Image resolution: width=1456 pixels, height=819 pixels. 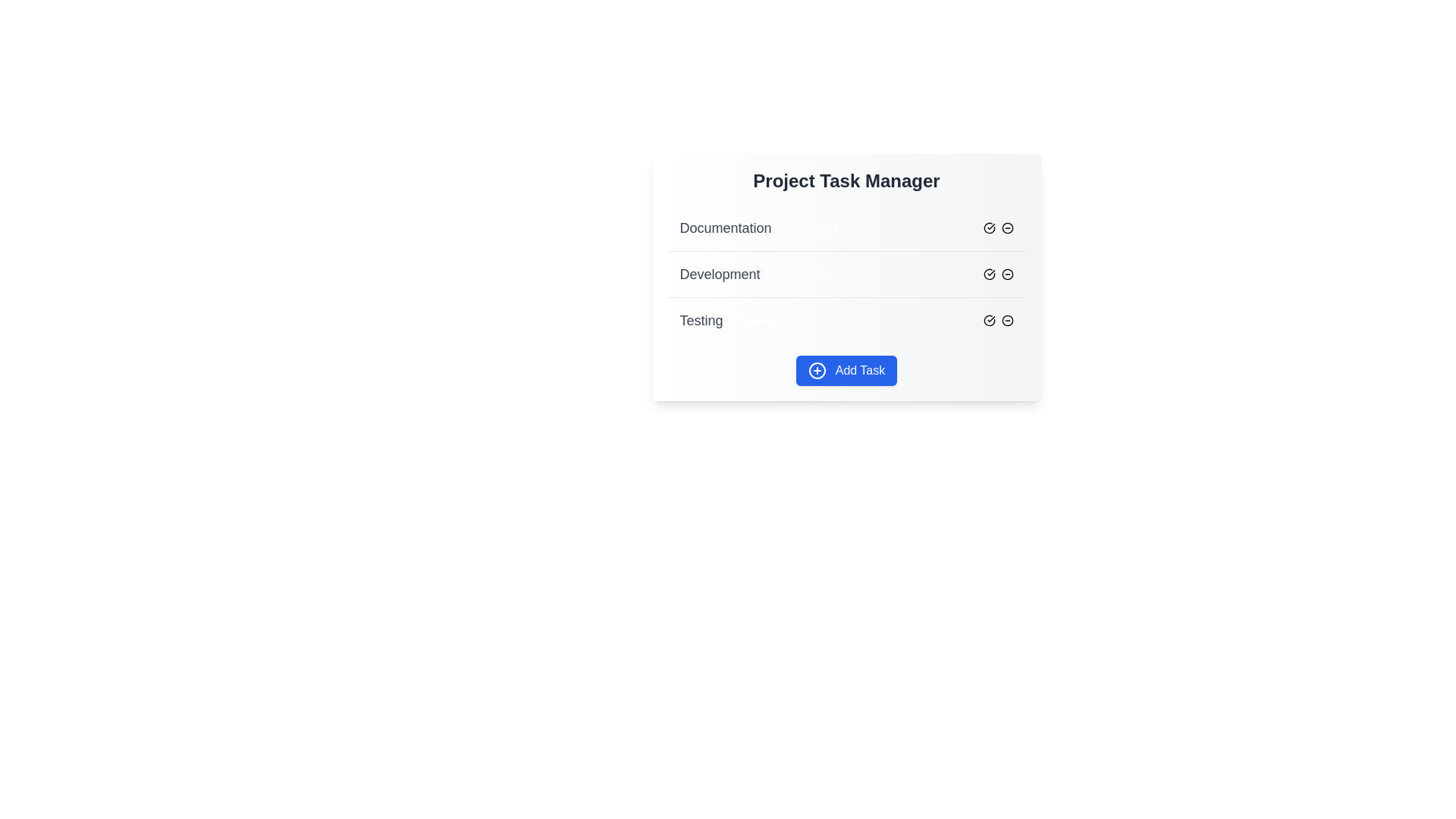 I want to click on the button at the bottom of the task management panel, so click(x=846, y=371).